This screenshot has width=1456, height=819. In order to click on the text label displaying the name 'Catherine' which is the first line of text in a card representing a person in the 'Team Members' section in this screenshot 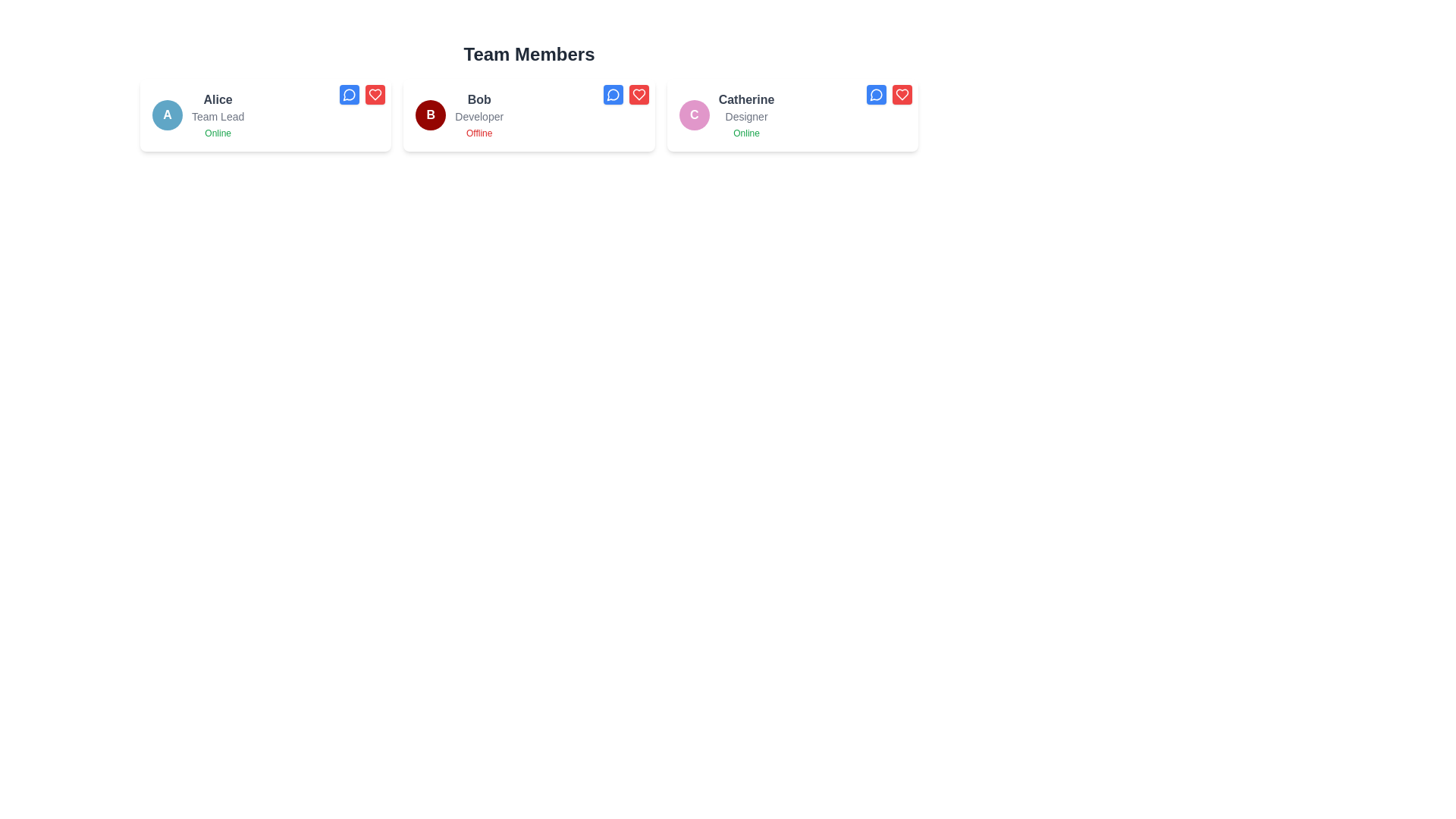, I will do `click(746, 99)`.